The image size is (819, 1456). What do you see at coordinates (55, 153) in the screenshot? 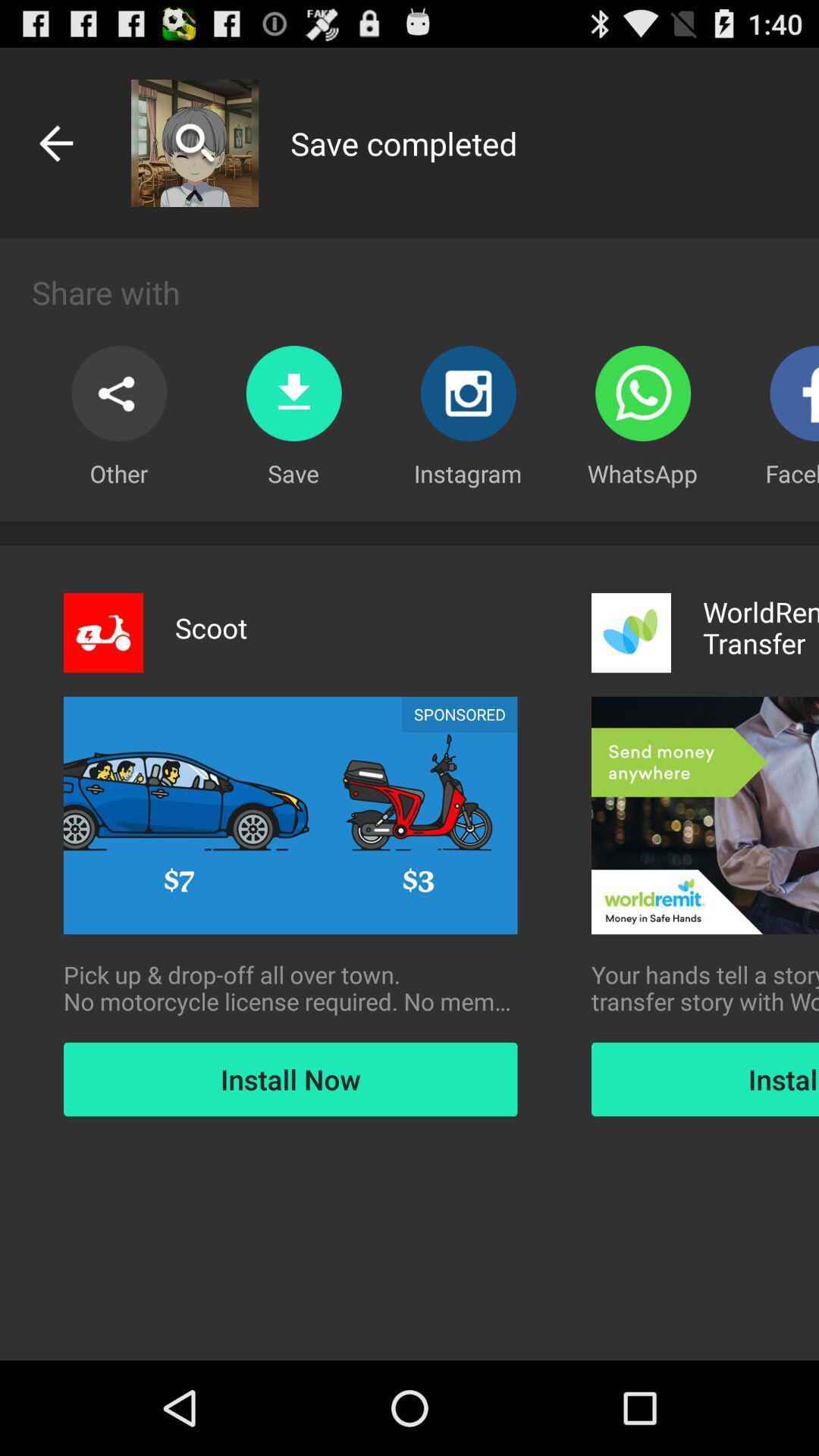
I see `the arrow_backward icon` at bounding box center [55, 153].